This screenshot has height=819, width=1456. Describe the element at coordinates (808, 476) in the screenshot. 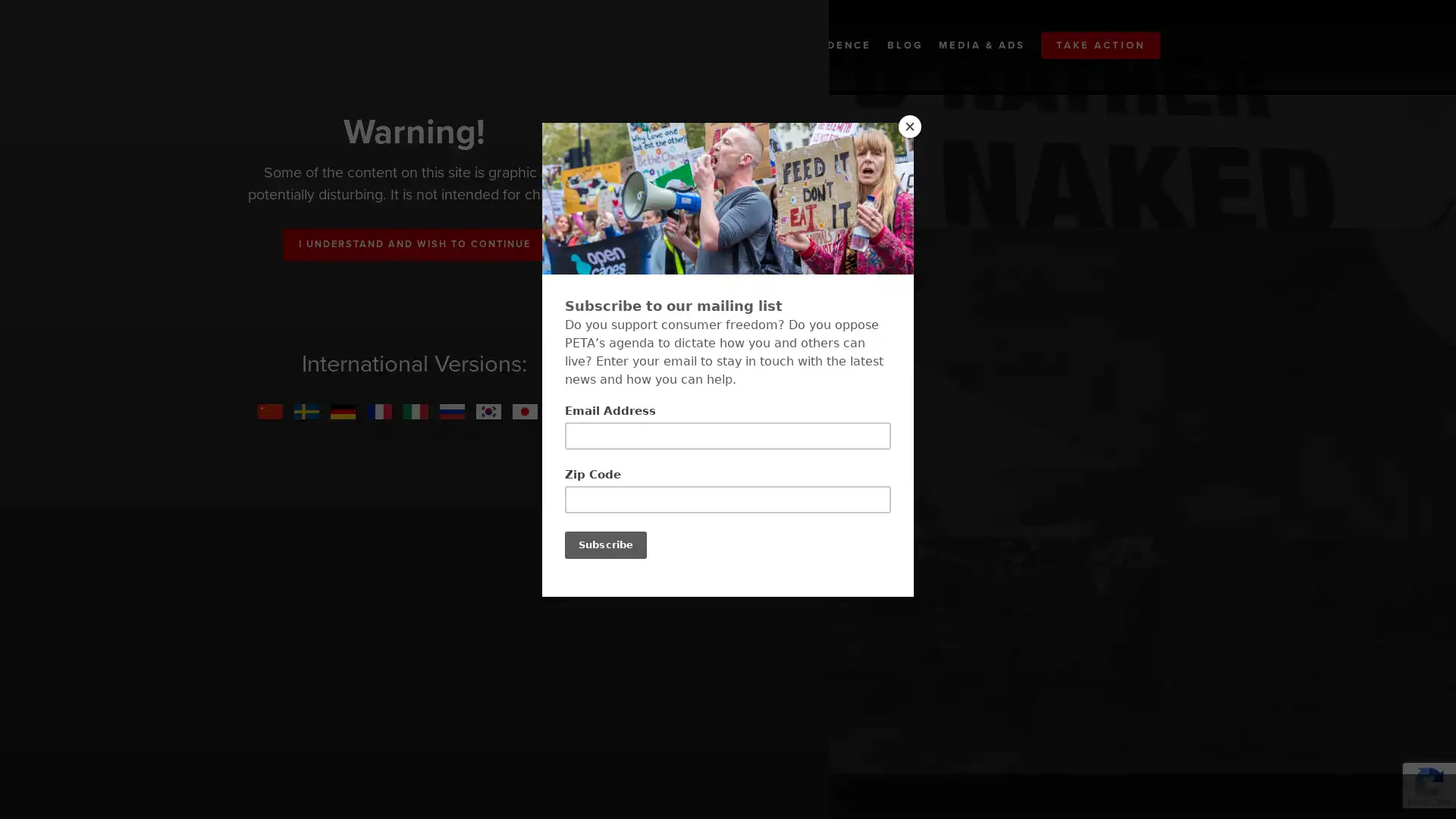

I see `GET THE FULL REPORT` at that location.